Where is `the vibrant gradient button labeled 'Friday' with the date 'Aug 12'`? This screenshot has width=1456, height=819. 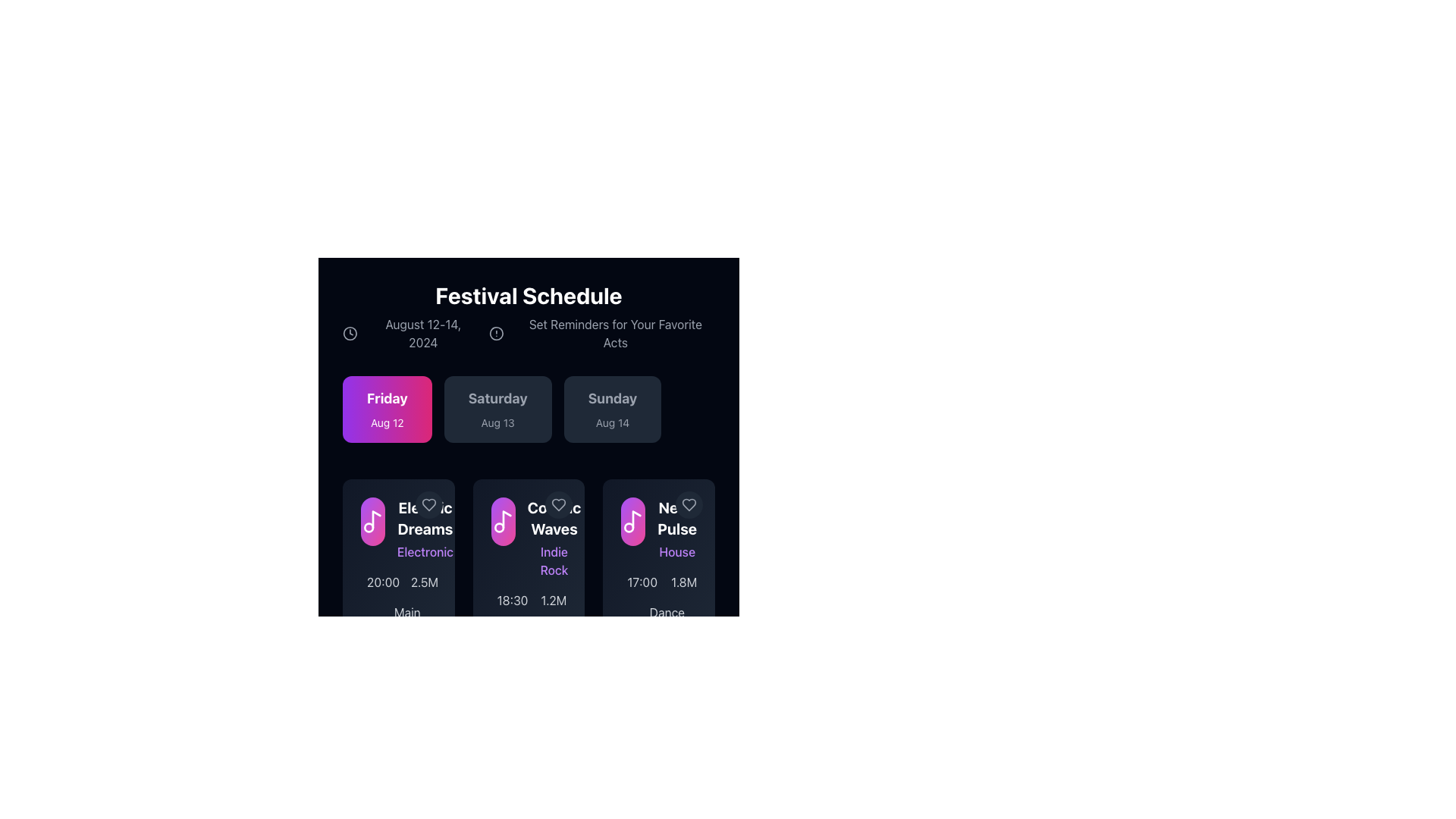 the vibrant gradient button labeled 'Friday' with the date 'Aug 12' is located at coordinates (387, 409).